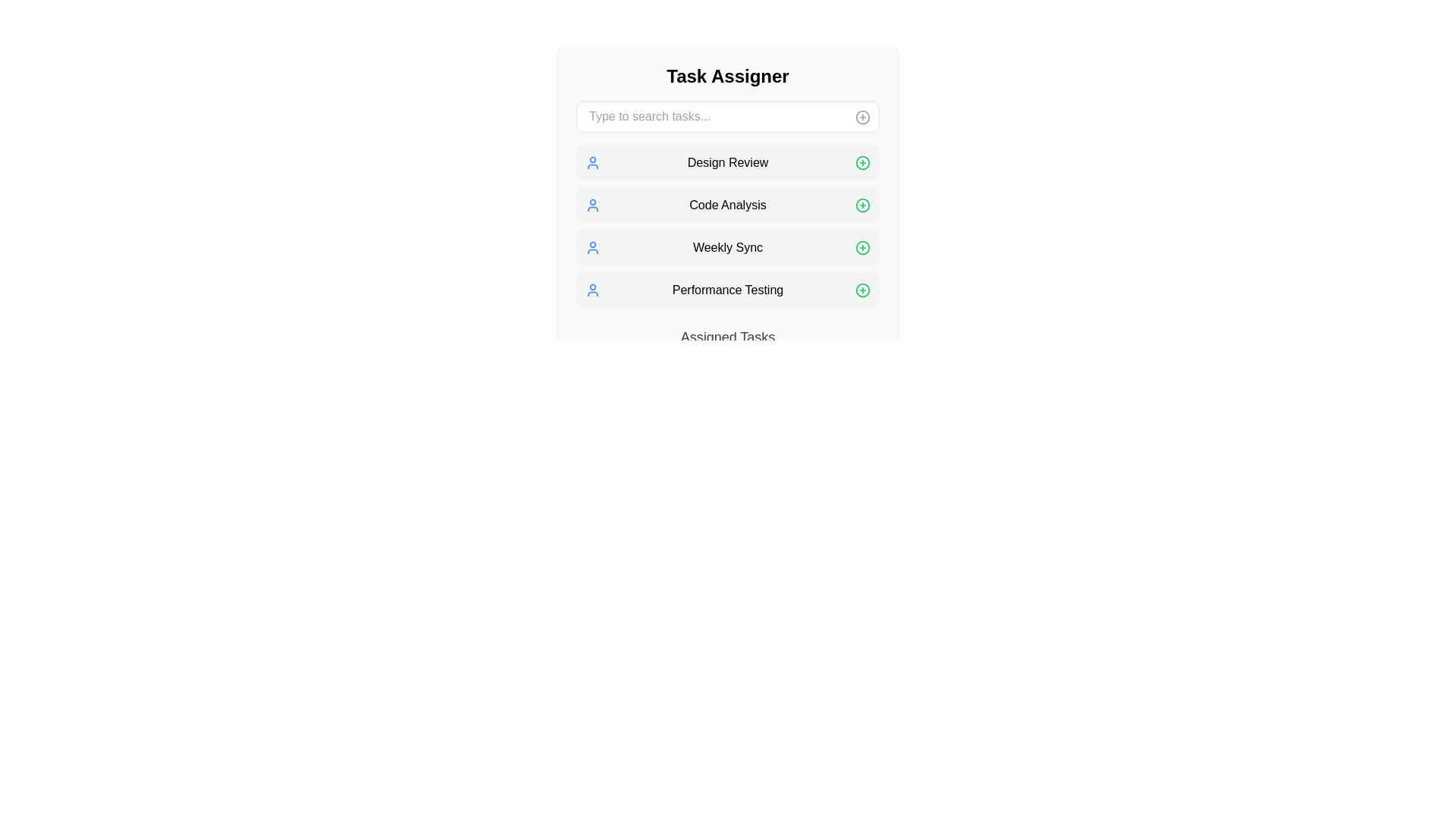 The image size is (1456, 819). Describe the element at coordinates (592, 163) in the screenshot. I see `the user icon representing the user associated with the 'Design Review' task, positioned to the left of the 'Design Review' label in the task list` at that location.